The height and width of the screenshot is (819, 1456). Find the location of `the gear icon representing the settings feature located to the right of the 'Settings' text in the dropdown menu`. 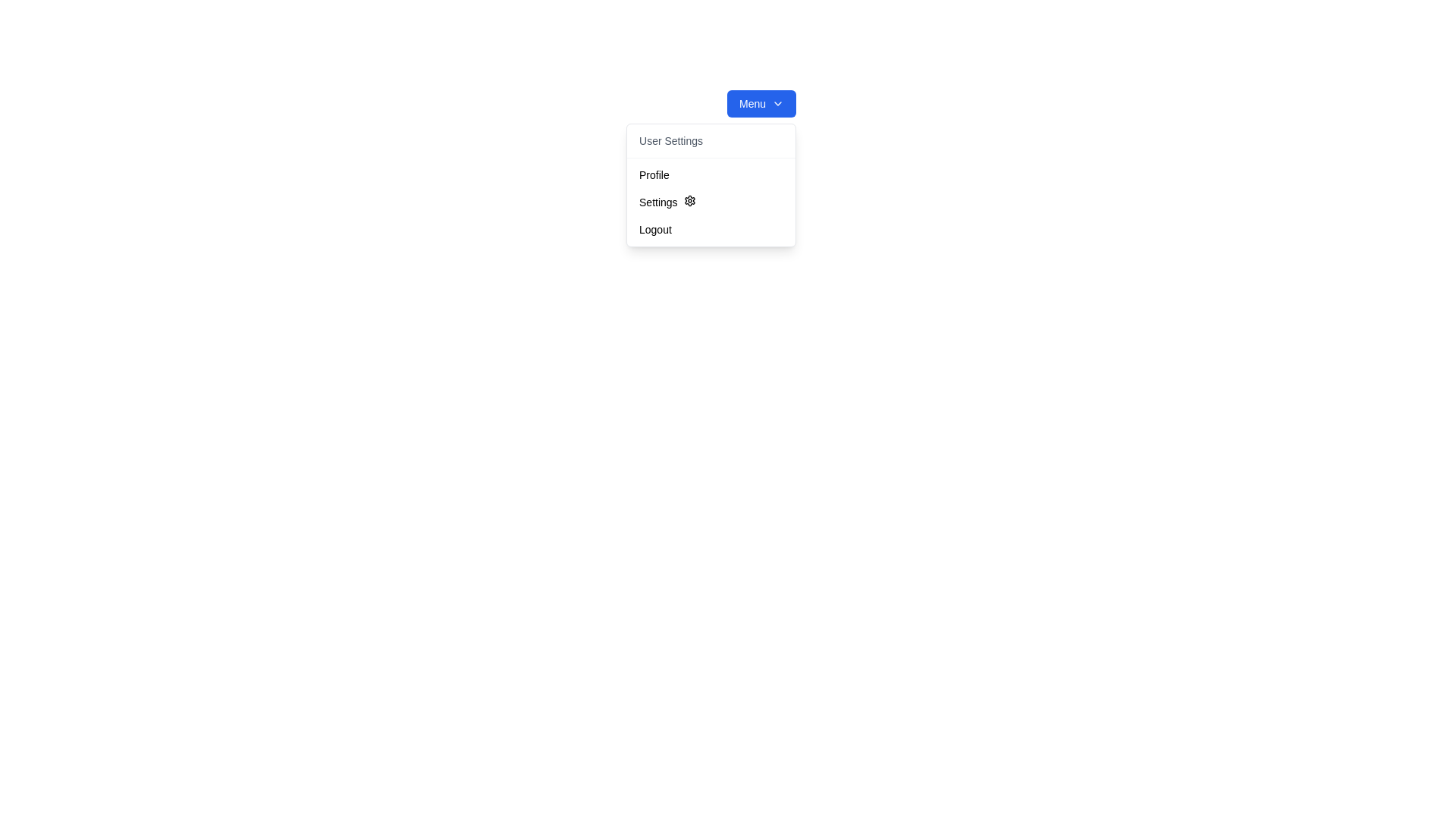

the gear icon representing the settings feature located to the right of the 'Settings' text in the dropdown menu is located at coordinates (689, 200).